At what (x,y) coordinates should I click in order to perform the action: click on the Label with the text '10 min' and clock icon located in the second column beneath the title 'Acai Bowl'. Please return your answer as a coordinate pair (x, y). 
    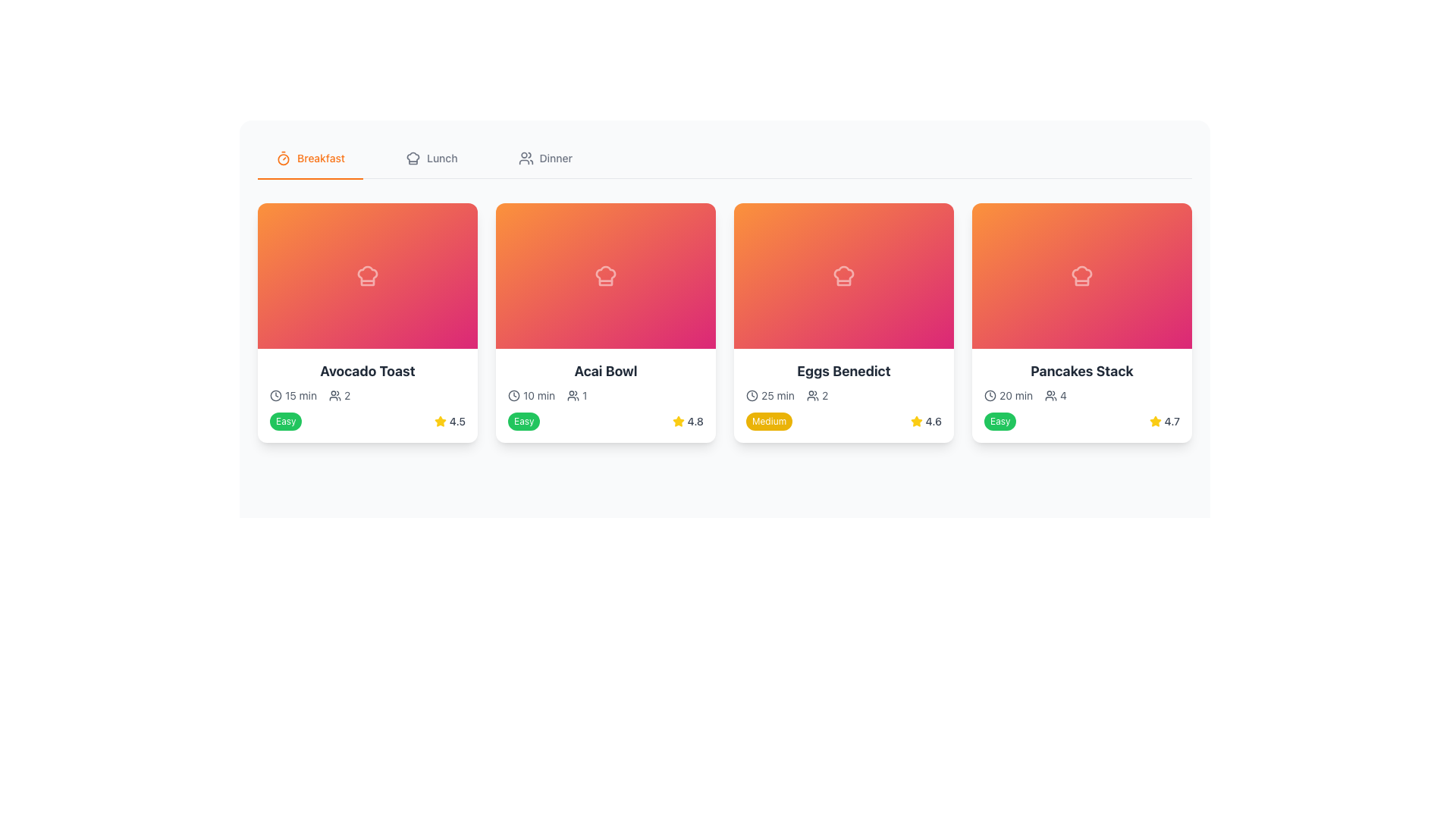
    Looking at the image, I should click on (532, 394).